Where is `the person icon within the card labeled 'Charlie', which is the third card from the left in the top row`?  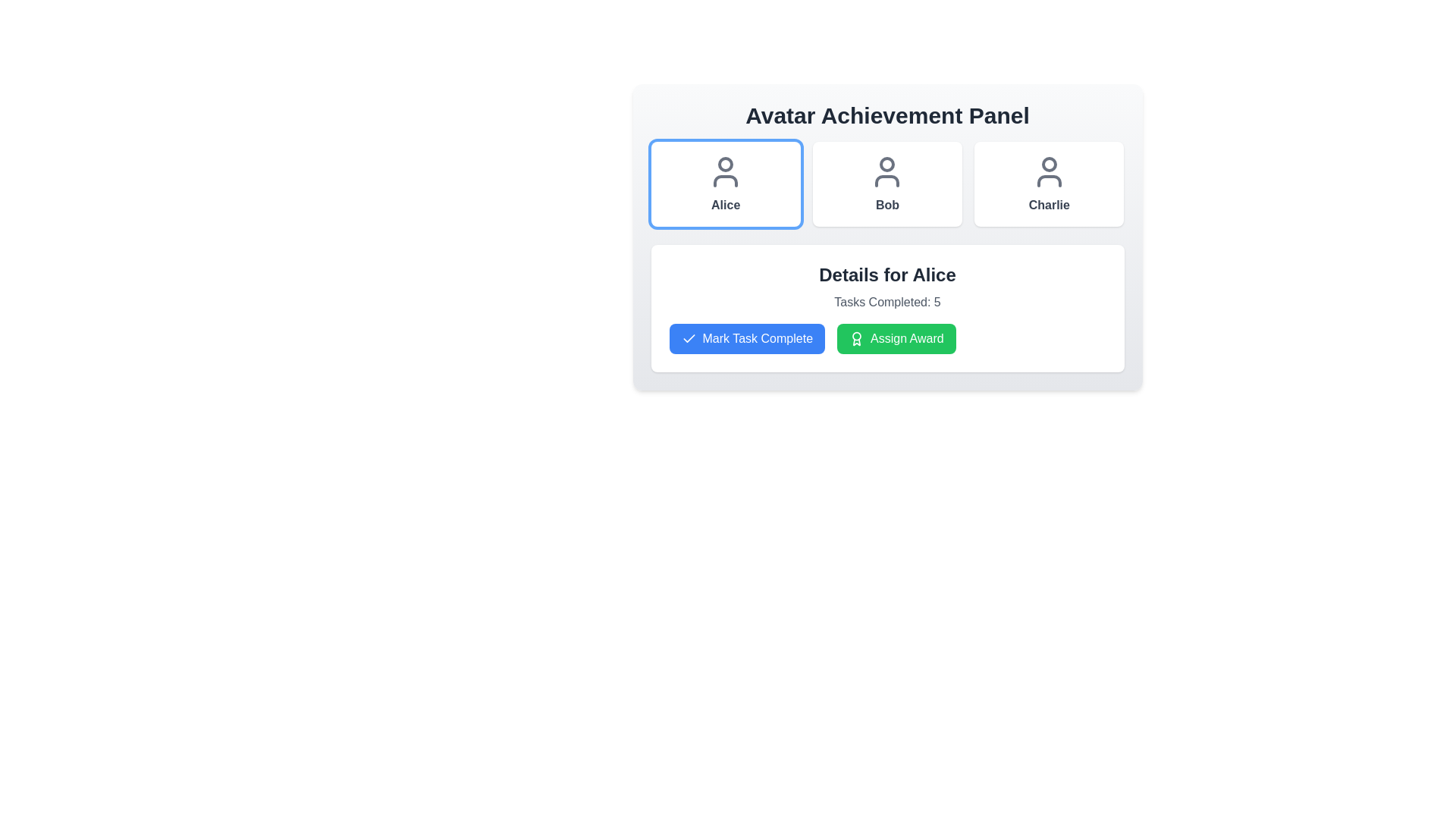
the person icon within the card labeled 'Charlie', which is the third card from the left in the top row is located at coordinates (1048, 171).